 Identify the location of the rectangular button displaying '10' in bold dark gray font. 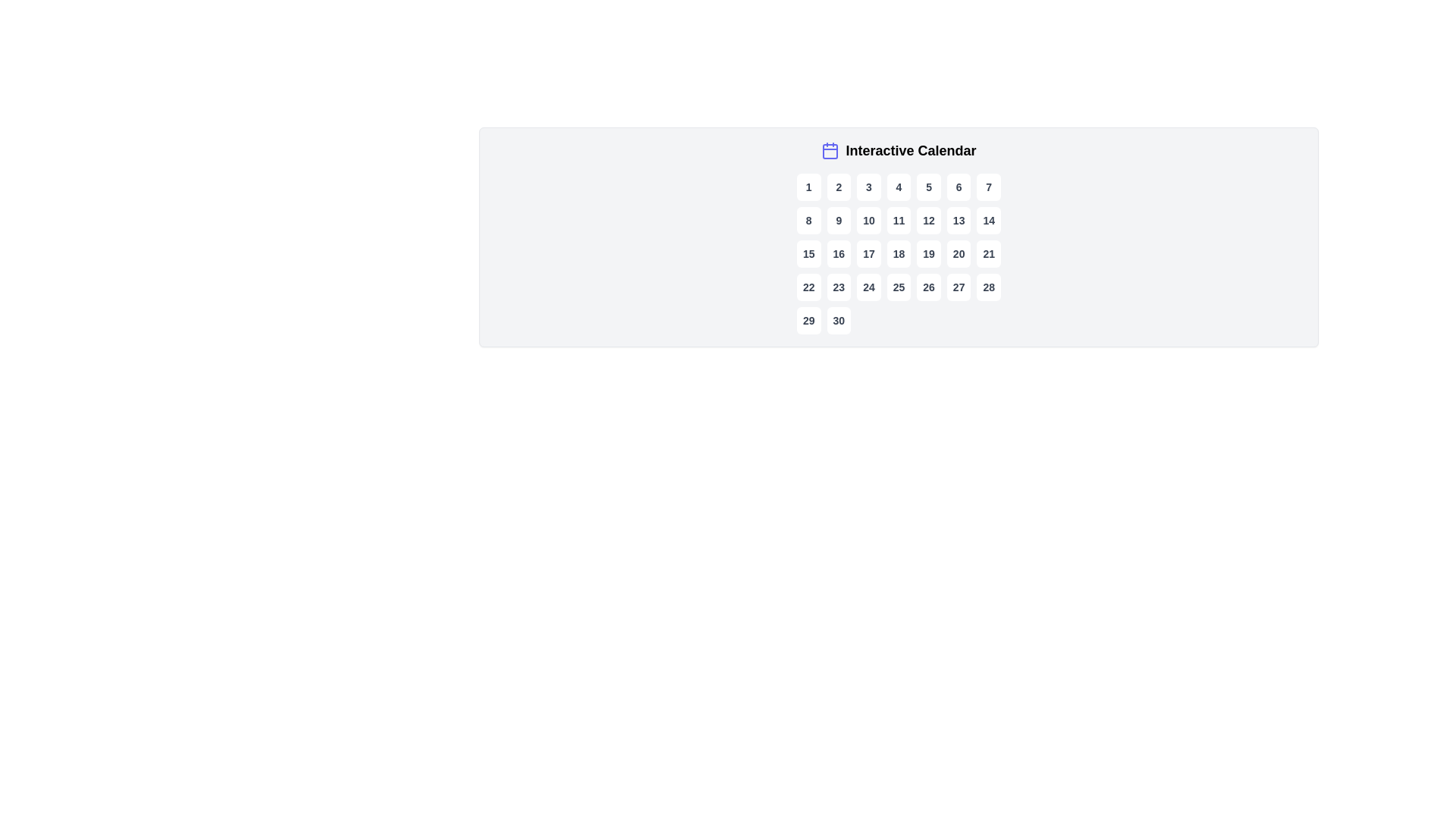
(868, 220).